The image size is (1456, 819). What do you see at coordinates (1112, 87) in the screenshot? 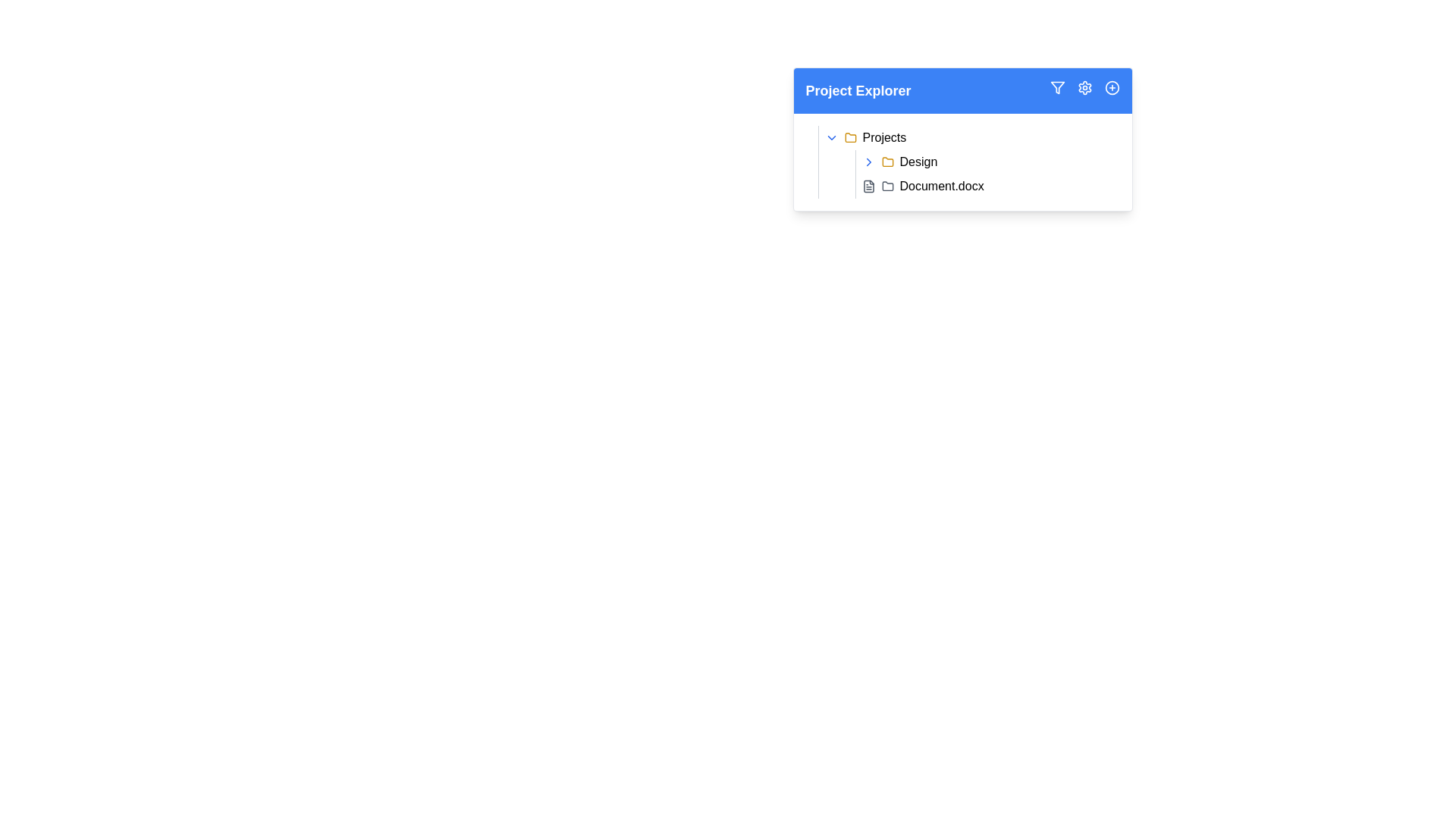
I see `the outer circle of the '+' icon in the 'Project Explorer' panel, located at the top-right corner next to the filter and settings icons` at bounding box center [1112, 87].